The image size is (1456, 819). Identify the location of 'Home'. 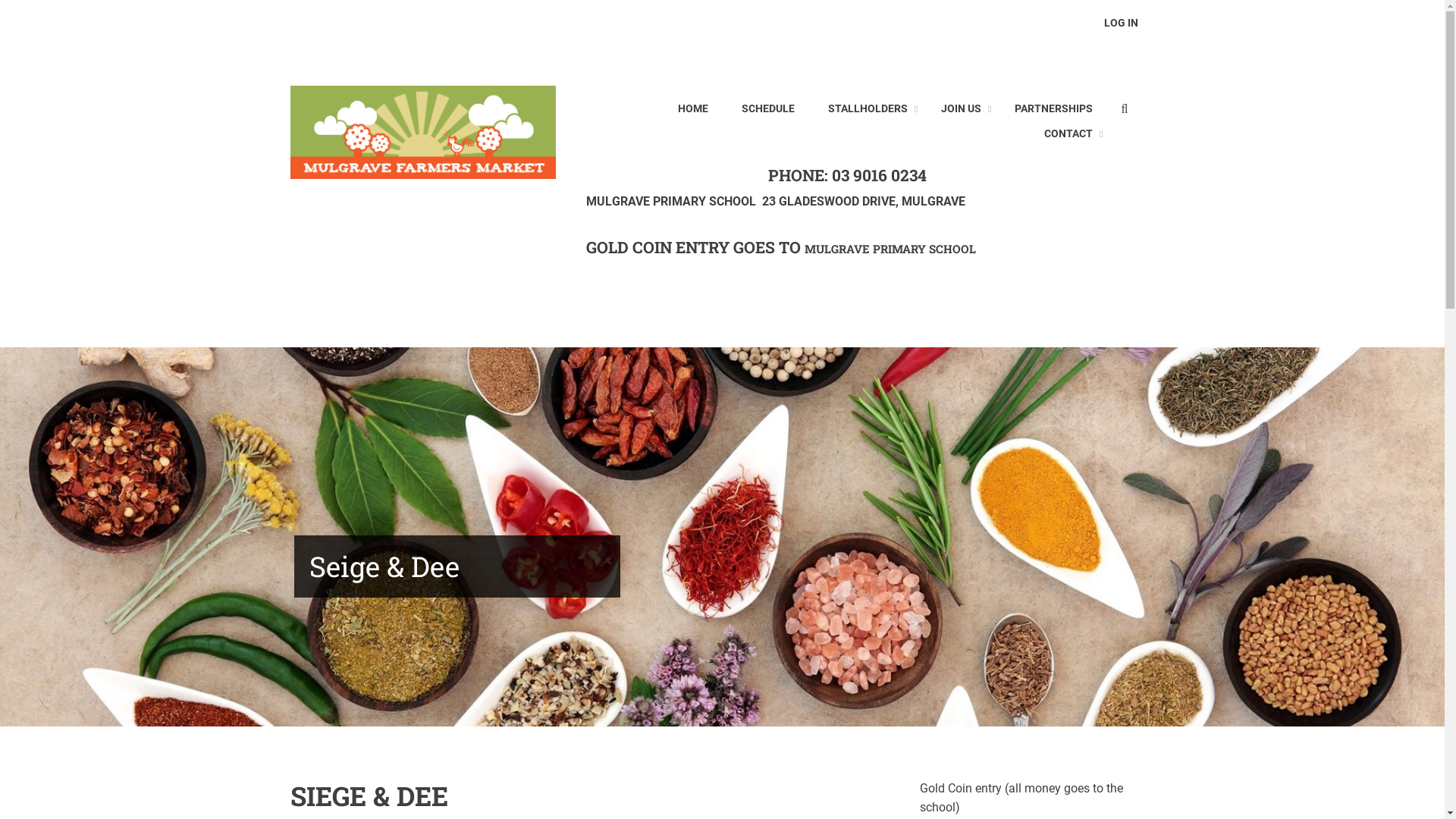
(422, 130).